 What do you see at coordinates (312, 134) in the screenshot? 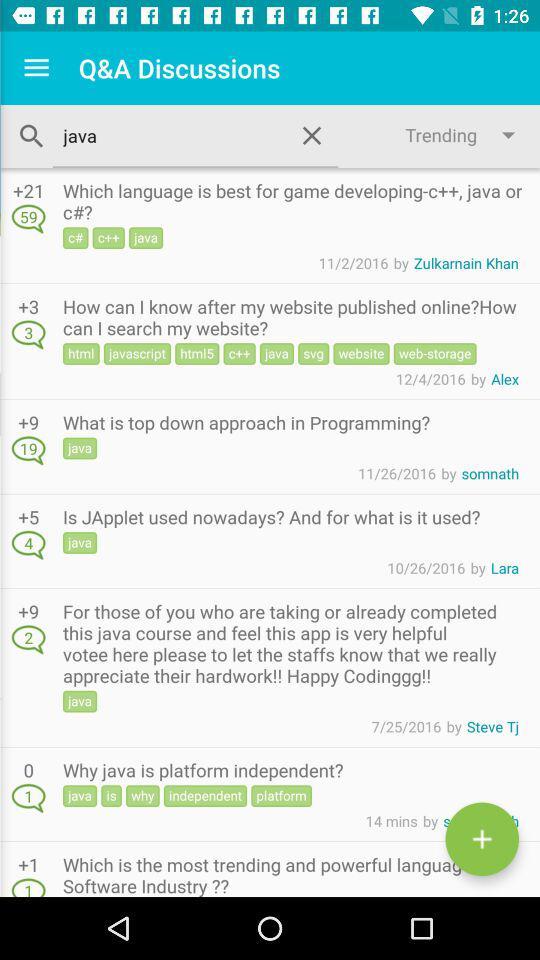
I see `the close icon` at bounding box center [312, 134].